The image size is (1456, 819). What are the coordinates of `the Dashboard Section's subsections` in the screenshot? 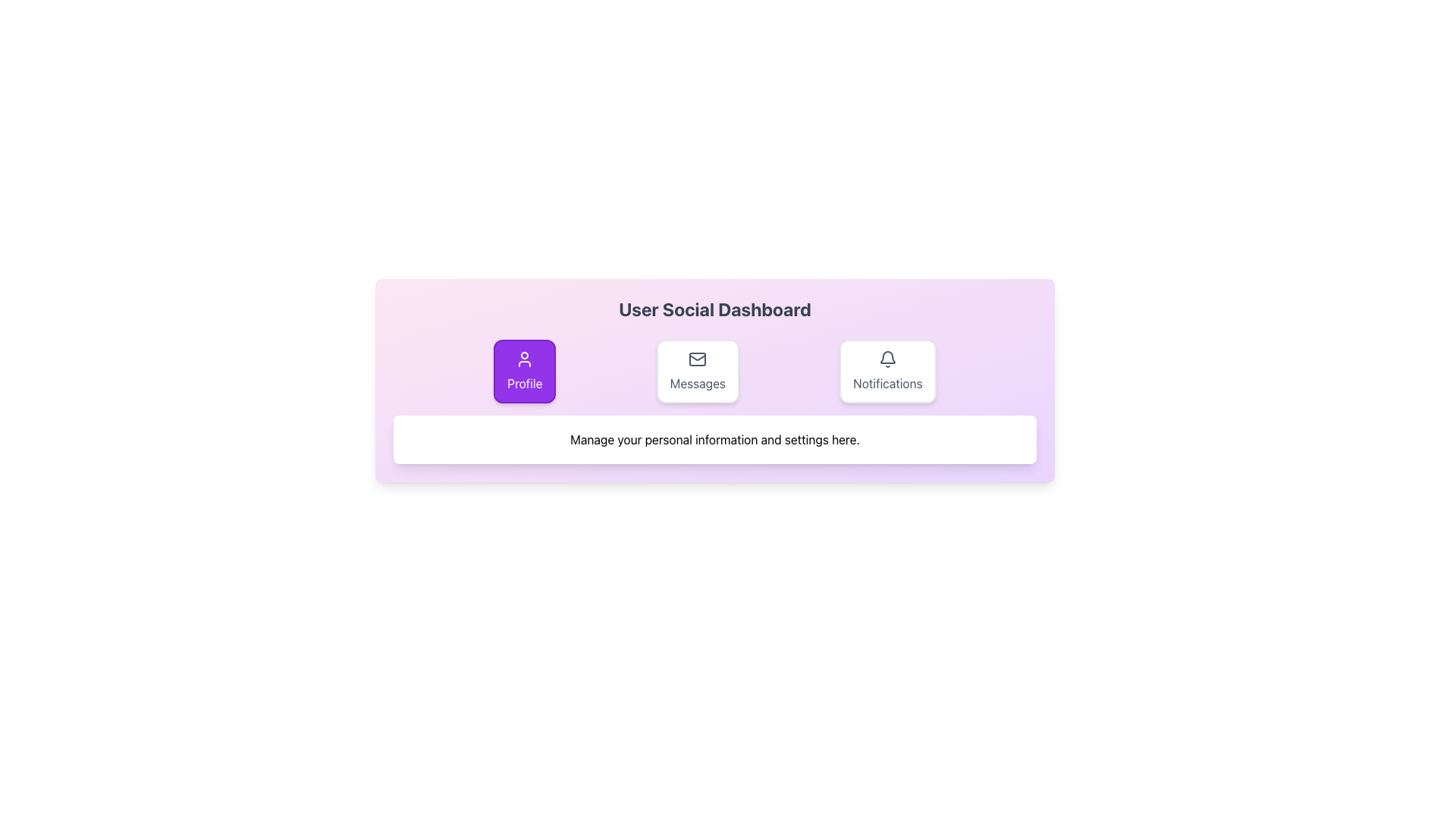 It's located at (714, 379).